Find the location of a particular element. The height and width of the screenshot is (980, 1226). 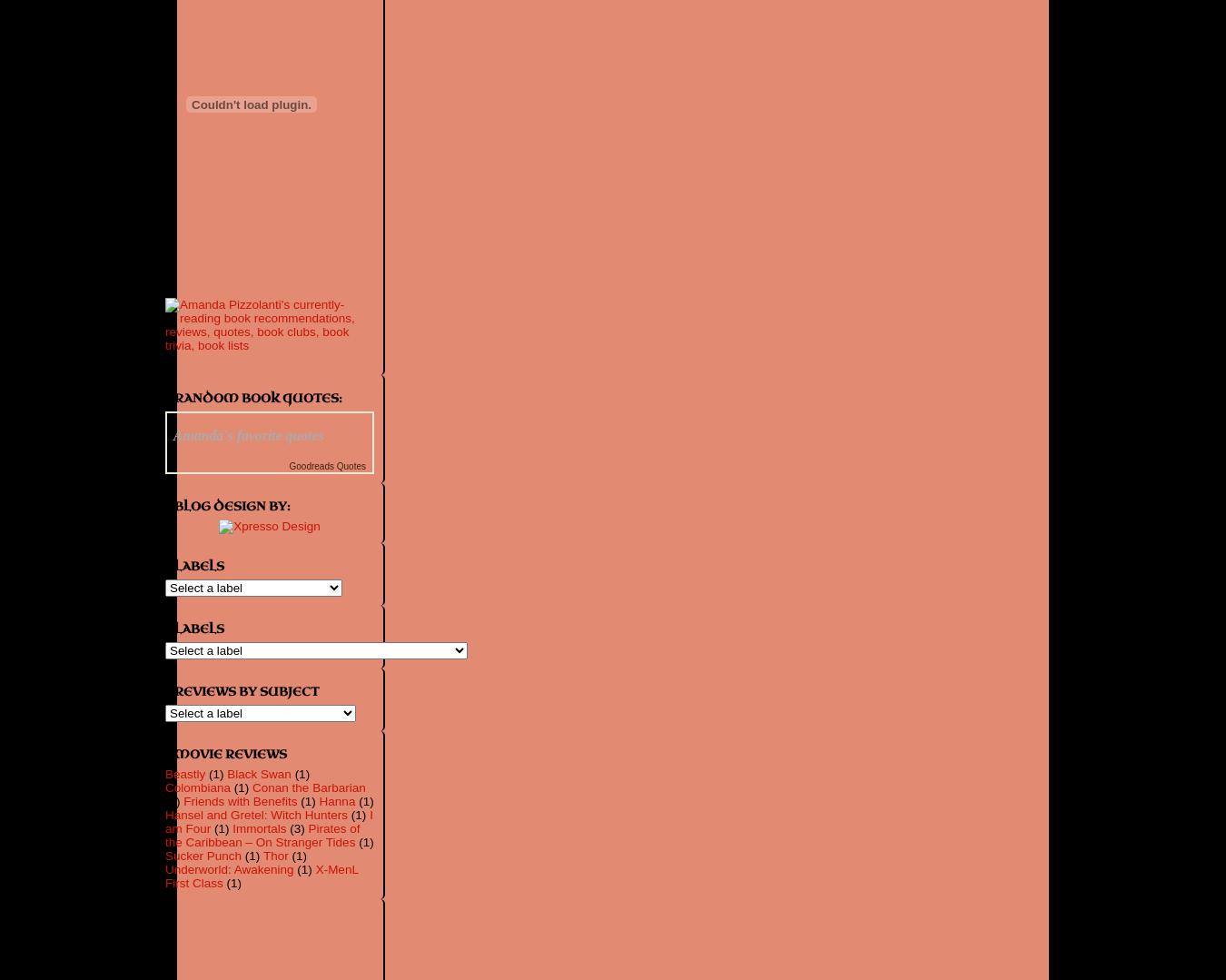

'Black Swan' is located at coordinates (226, 774).